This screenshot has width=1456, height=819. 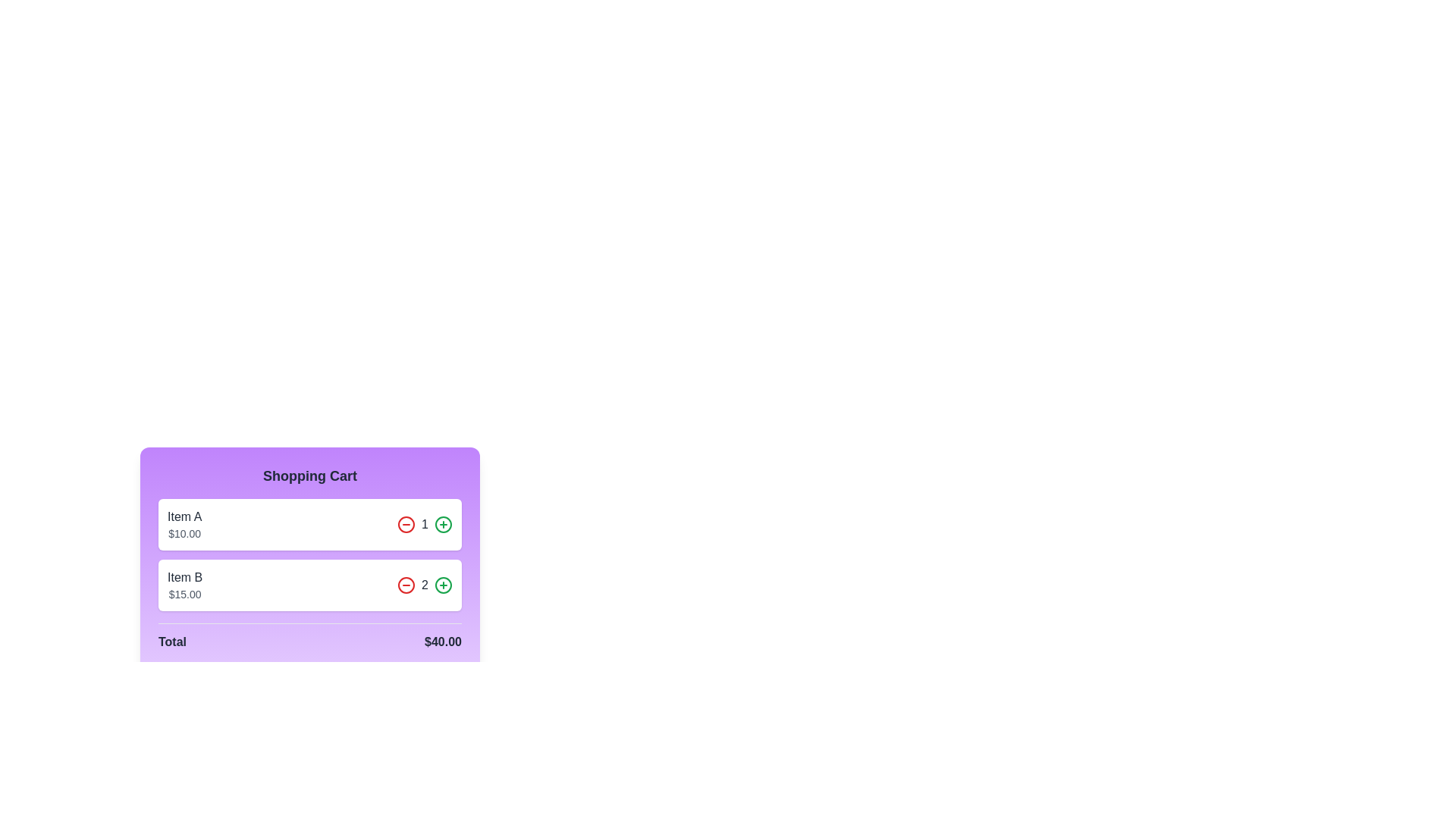 What do you see at coordinates (184, 584) in the screenshot?
I see `the Label displaying 'Item B' and its price '15.00' in the second row of the shopping cart interface` at bounding box center [184, 584].